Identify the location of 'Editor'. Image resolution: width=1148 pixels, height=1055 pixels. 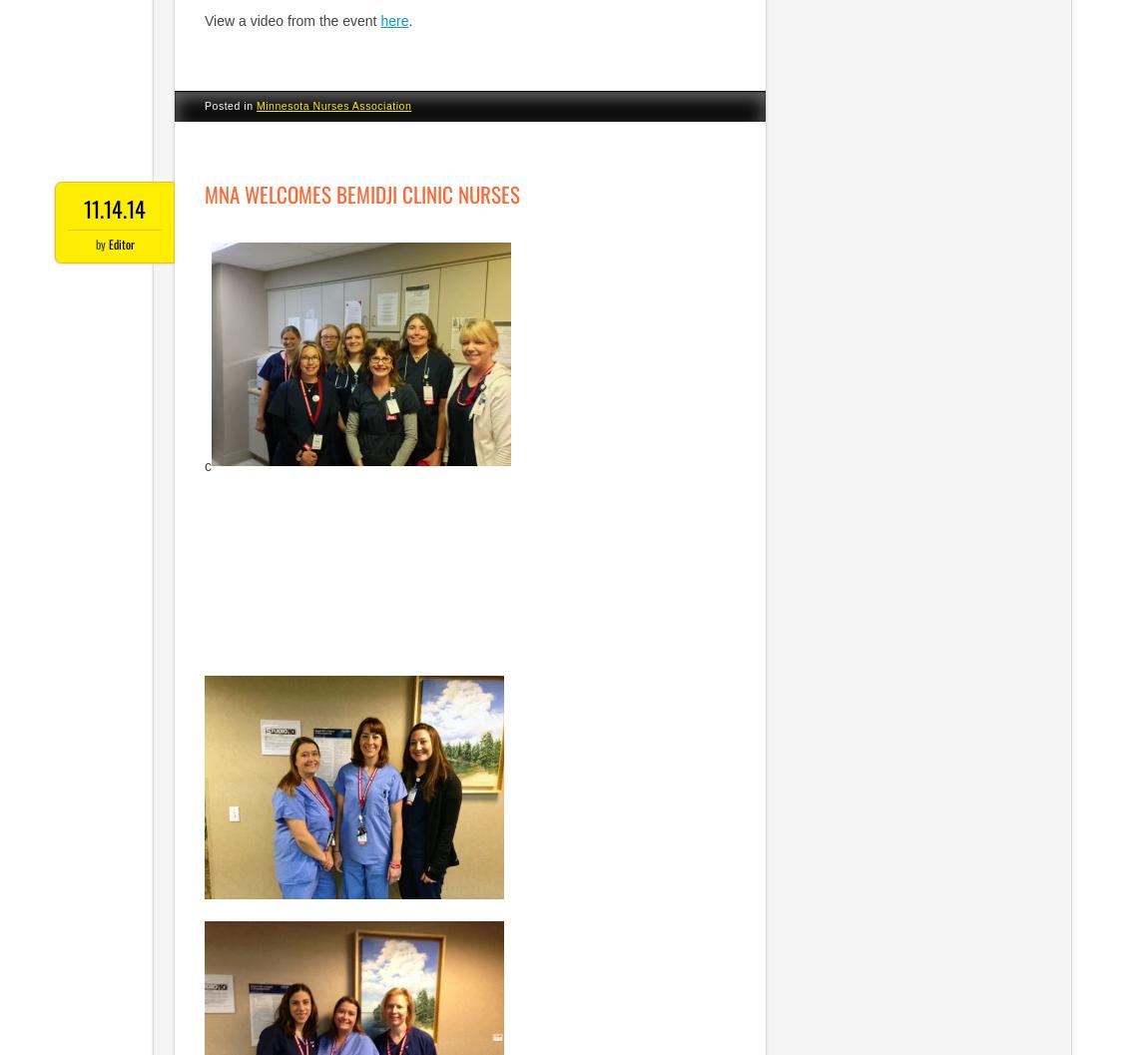
(119, 243).